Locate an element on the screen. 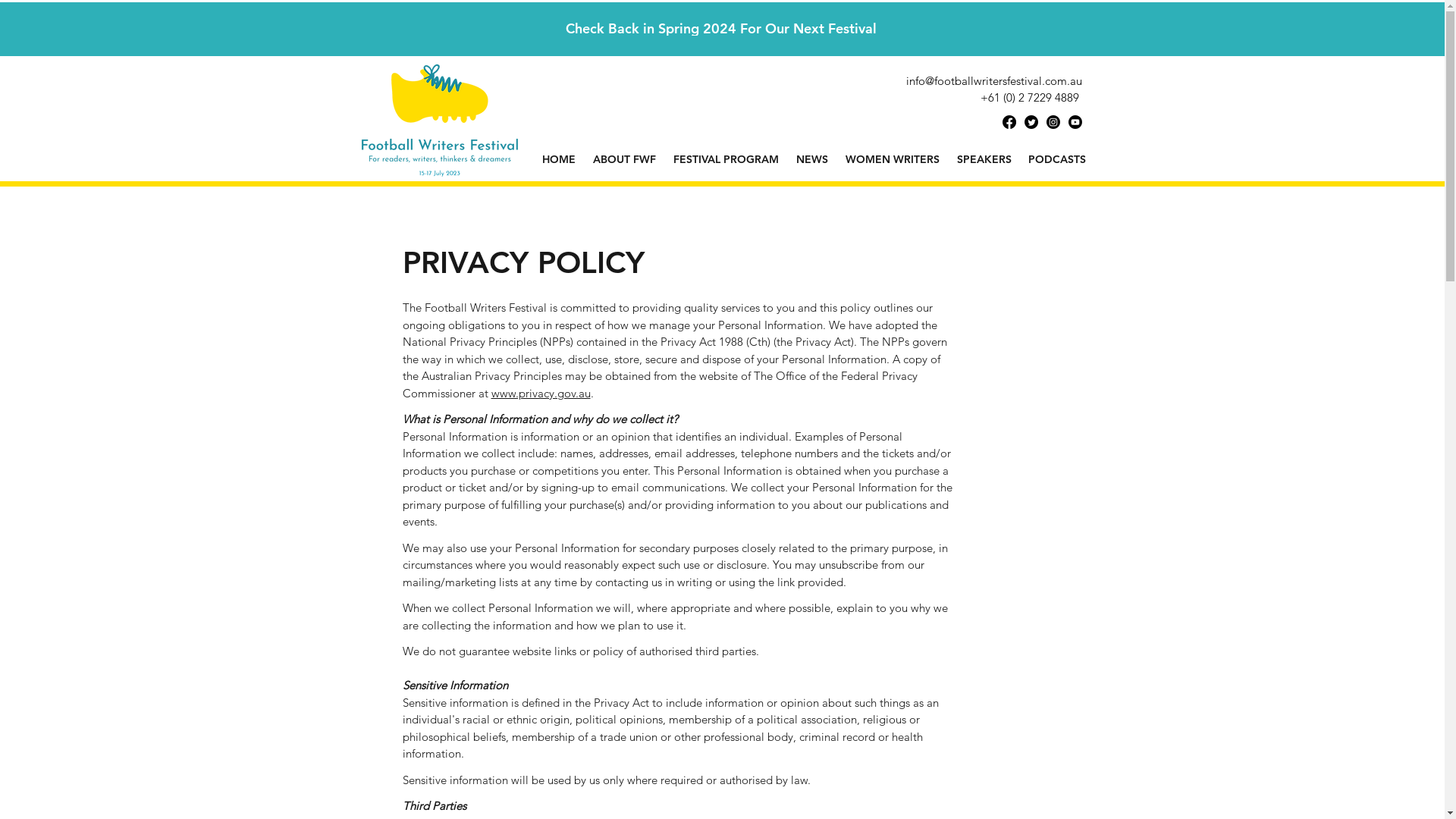  'HOME' is located at coordinates (558, 158).